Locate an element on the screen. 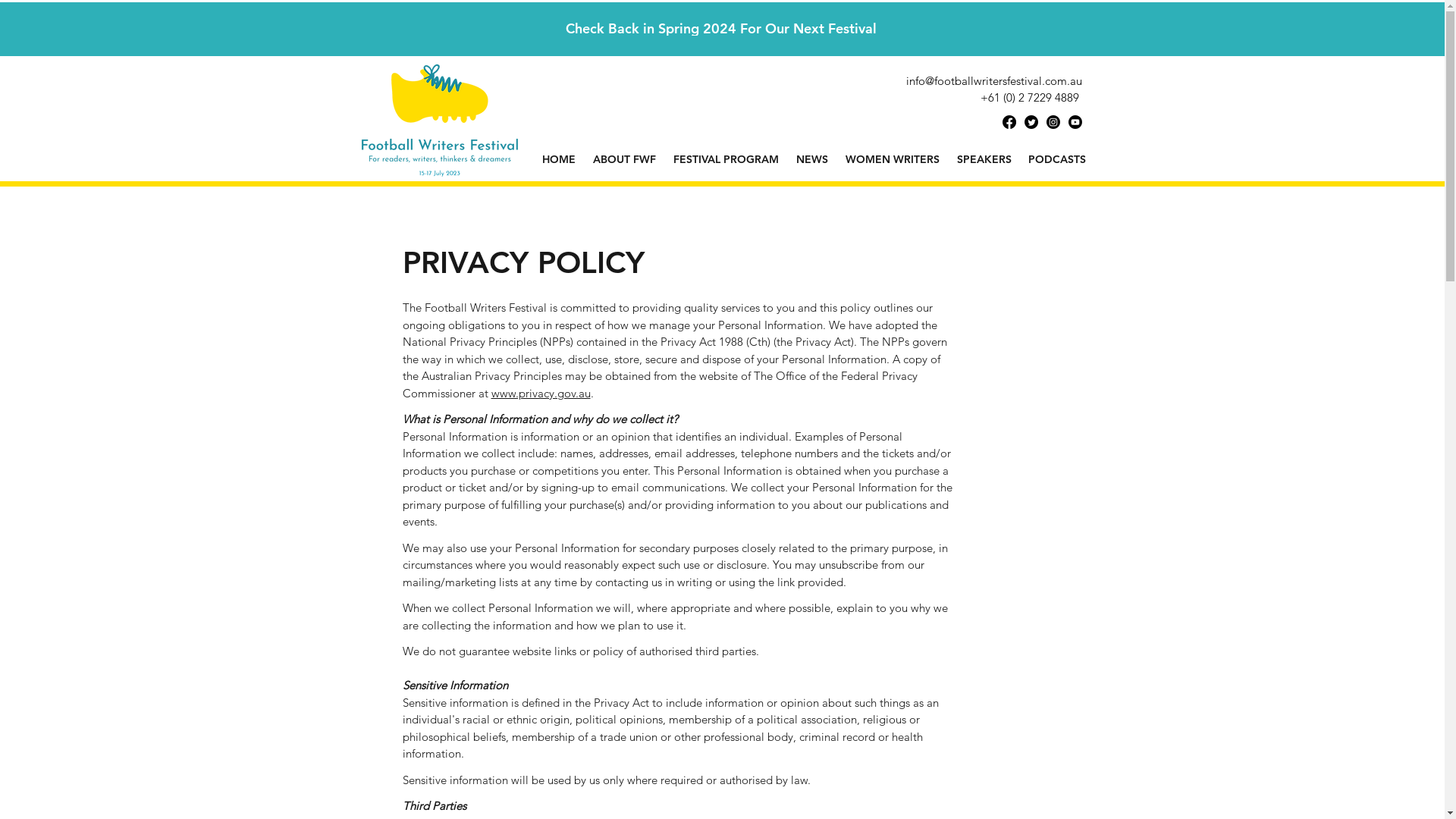  'HOME' is located at coordinates (558, 158).